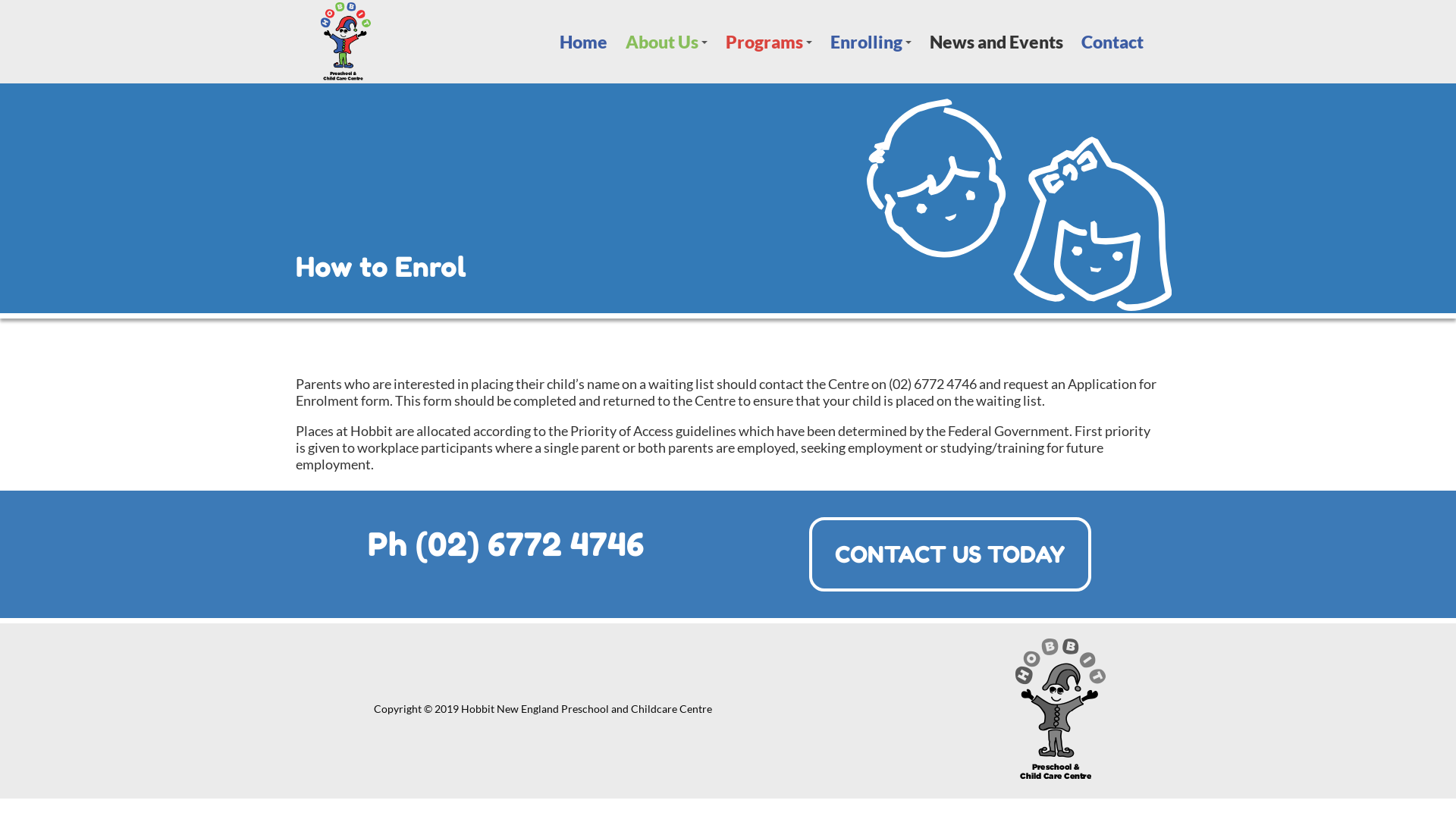 This screenshot has width=1456, height=819. Describe the element at coordinates (949, 554) in the screenshot. I see `'CONTACT US TODAY'` at that location.